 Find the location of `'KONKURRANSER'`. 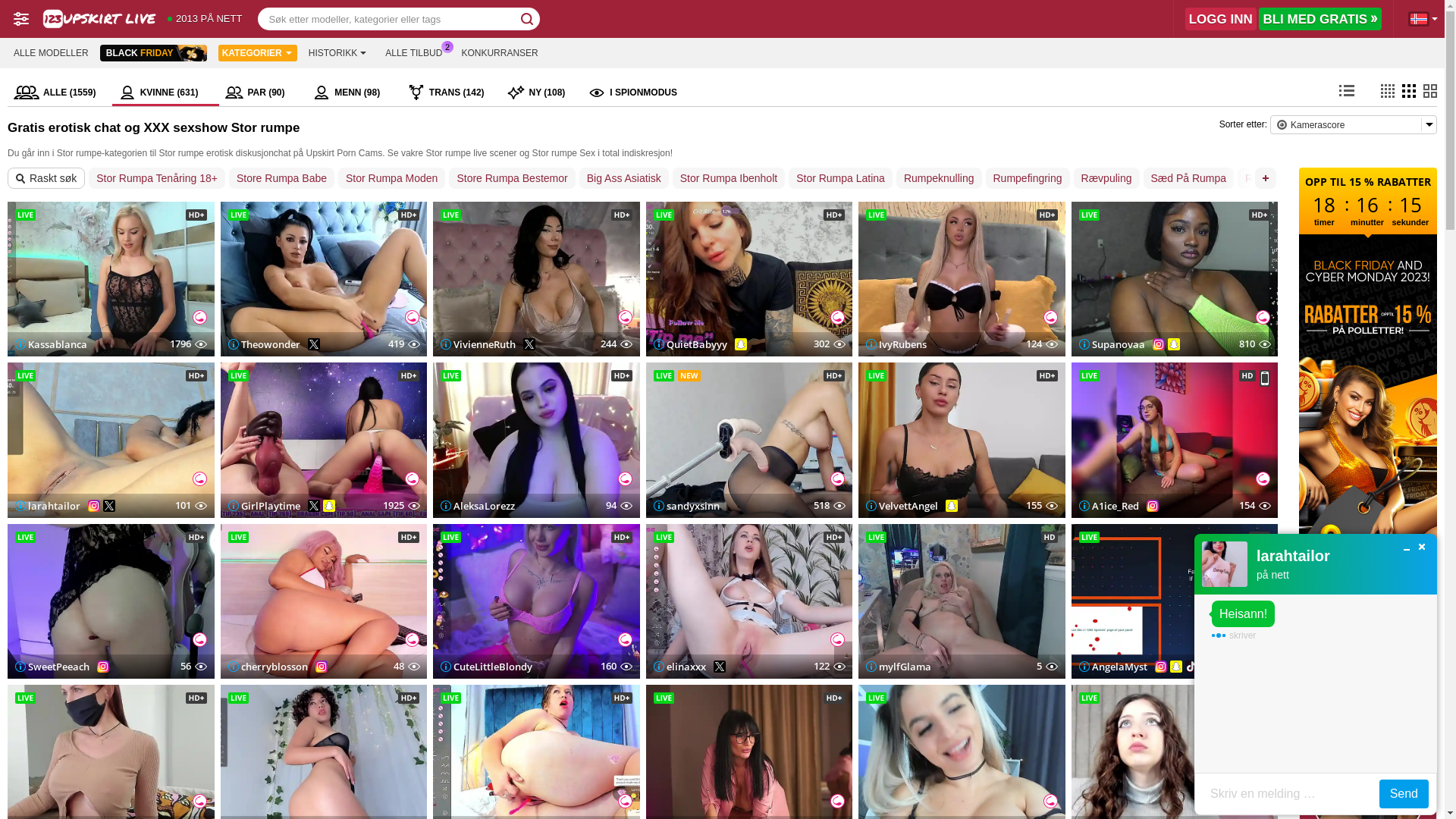

'KONKURRANSER' is located at coordinates (499, 52).